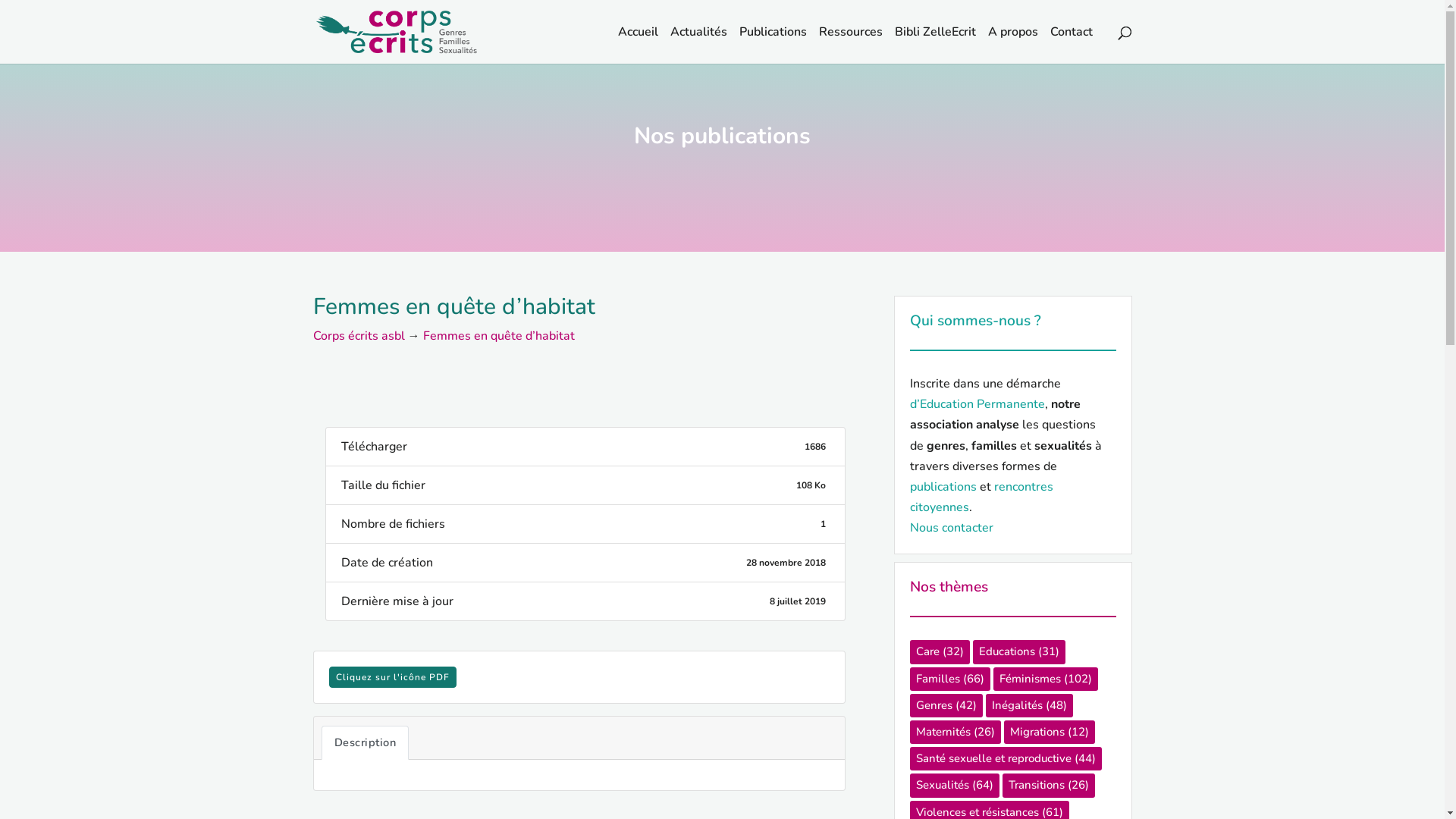  Describe the element at coordinates (942, 486) in the screenshot. I see `'publications'` at that location.